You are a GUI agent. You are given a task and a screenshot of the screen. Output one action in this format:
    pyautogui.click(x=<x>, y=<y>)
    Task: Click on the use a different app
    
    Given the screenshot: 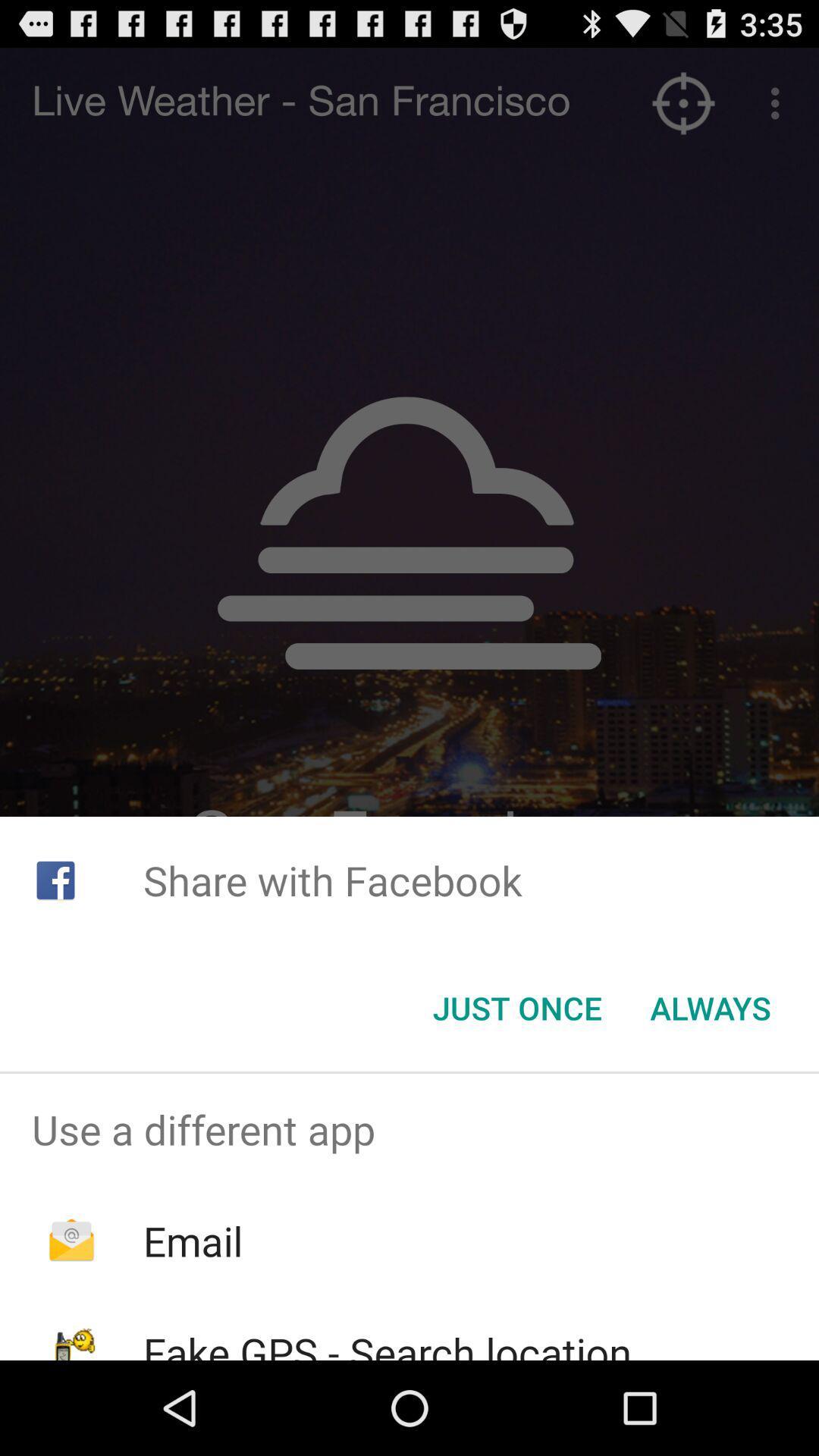 What is the action you would take?
    pyautogui.click(x=409, y=1129)
    